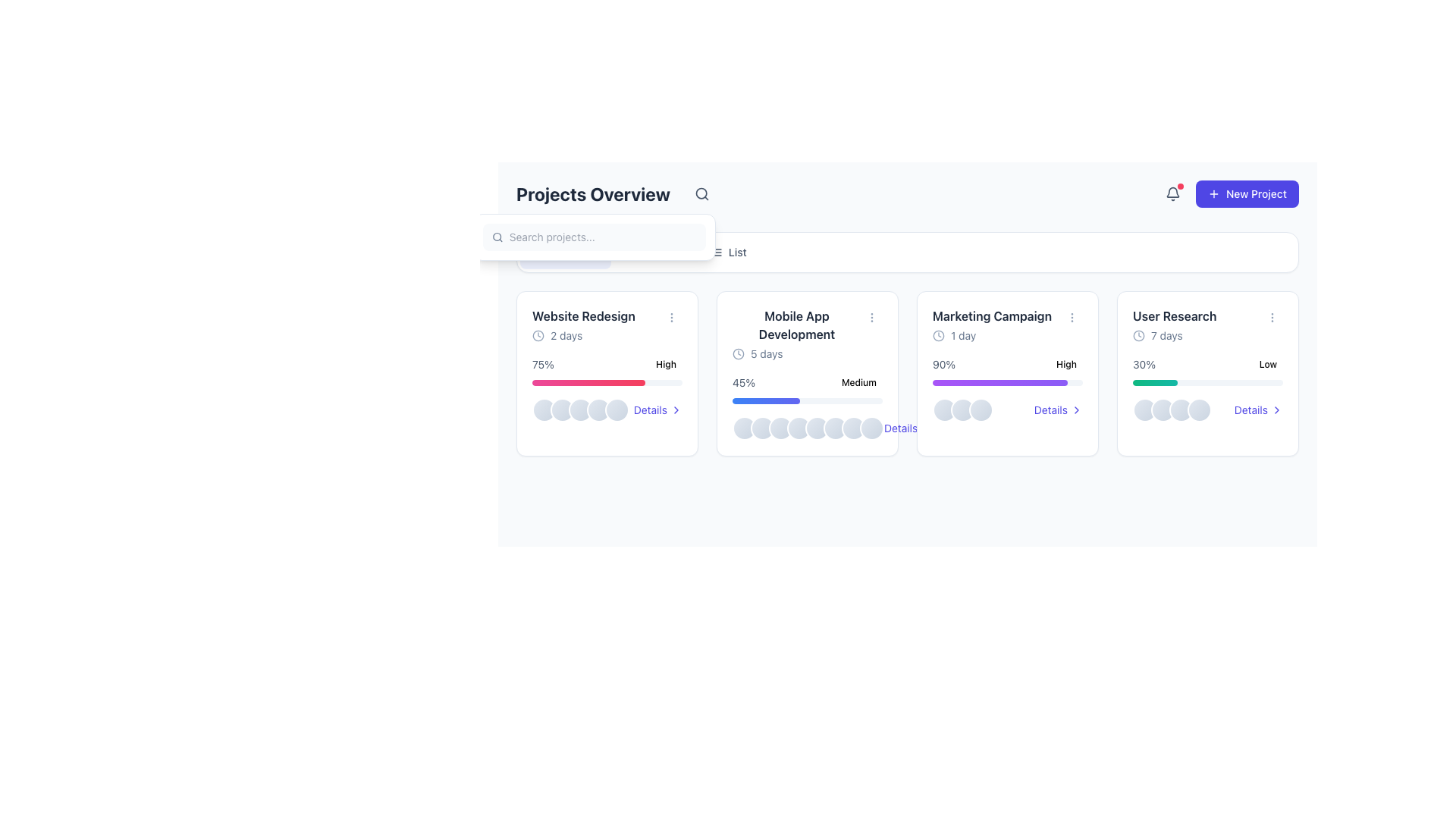 This screenshot has width=1456, height=819. What do you see at coordinates (728, 251) in the screenshot?
I see `the 'List' button in the top-right horizontal menu bar` at bounding box center [728, 251].